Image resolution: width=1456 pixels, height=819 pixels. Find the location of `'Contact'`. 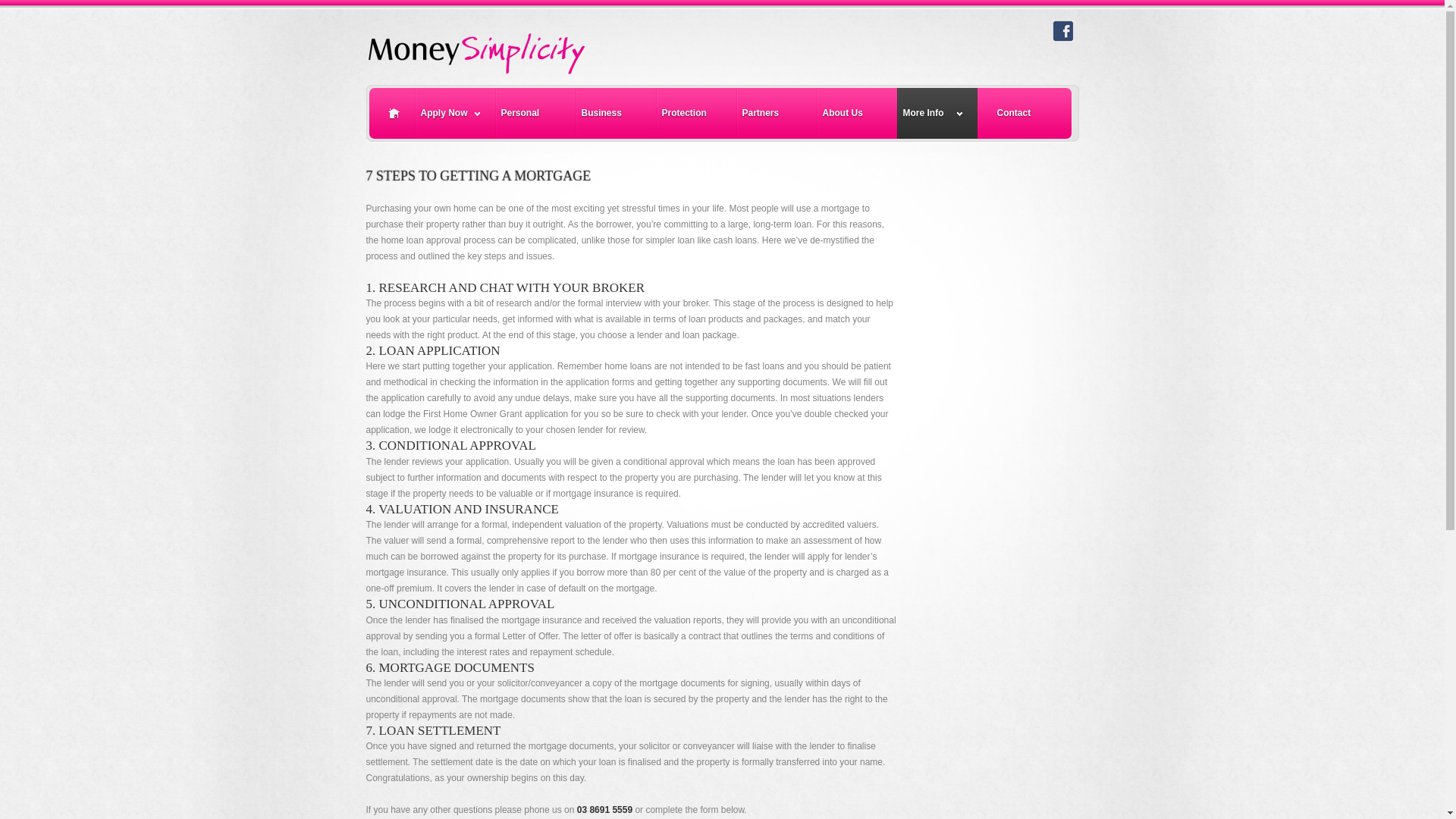

'Contact' is located at coordinates (978, 112).